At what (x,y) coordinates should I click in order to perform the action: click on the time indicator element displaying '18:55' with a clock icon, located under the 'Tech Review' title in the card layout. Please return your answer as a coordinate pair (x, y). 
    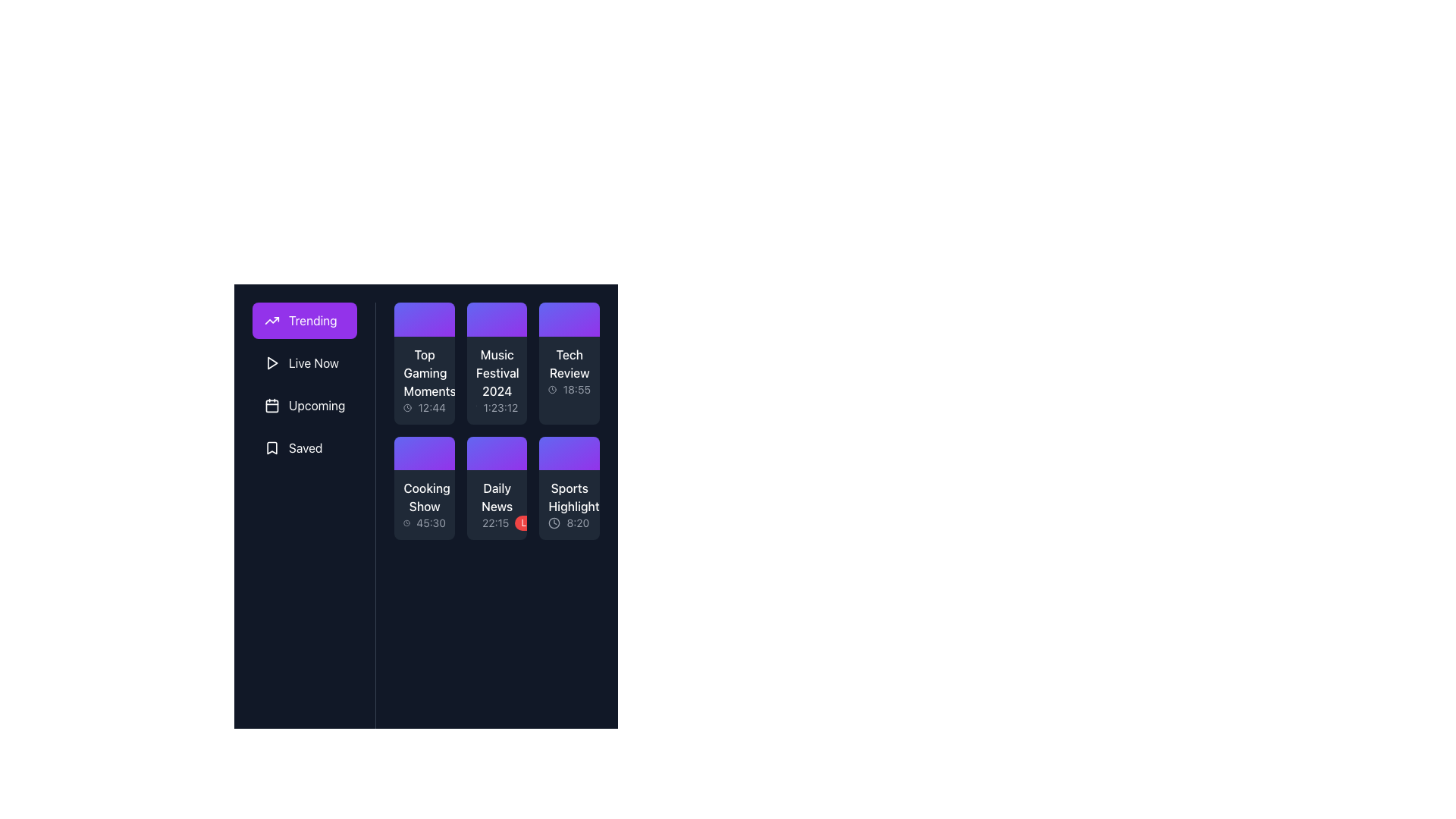
    Looking at the image, I should click on (569, 388).